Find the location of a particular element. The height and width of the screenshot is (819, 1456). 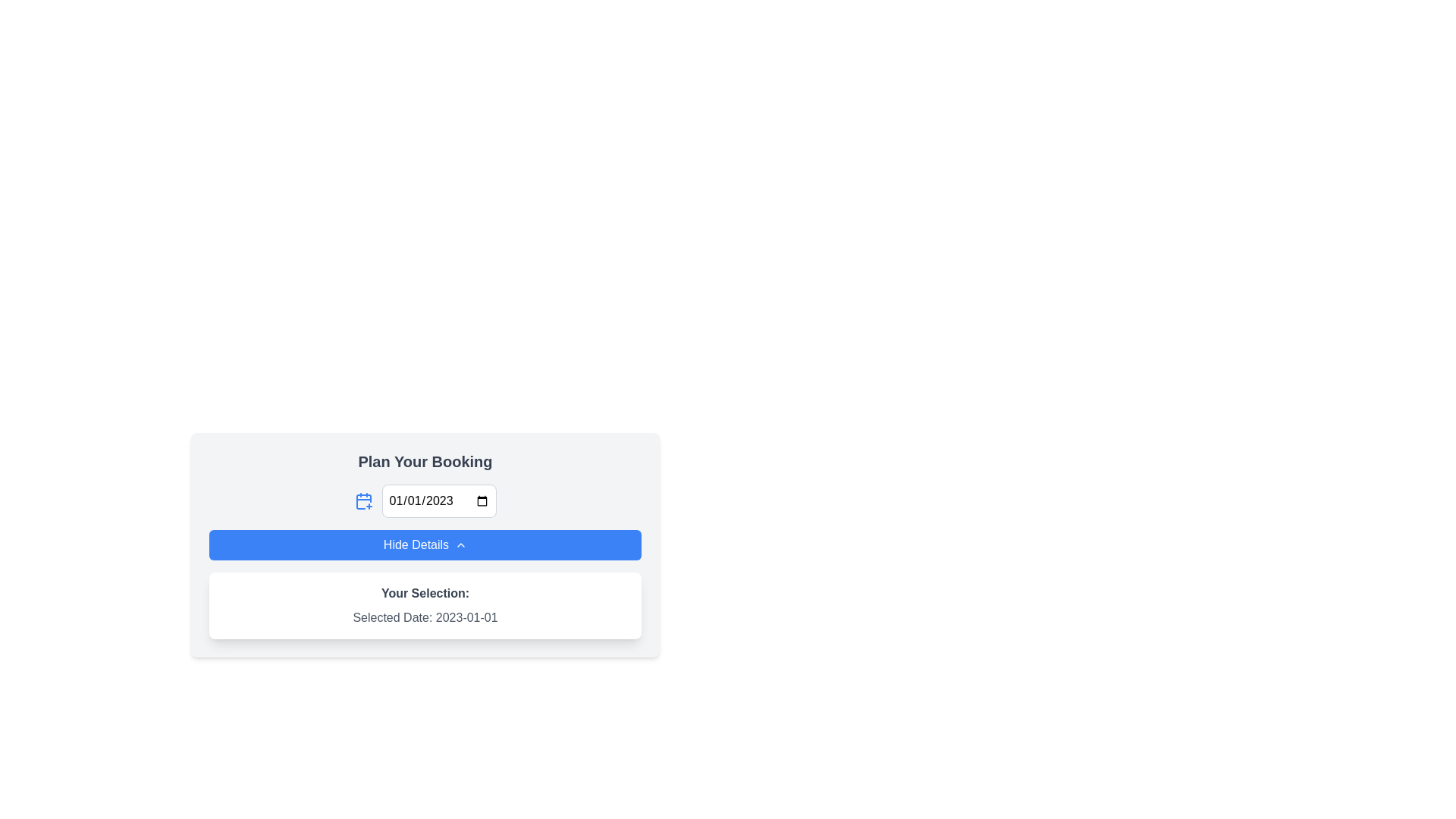

the date field in the Date Picker Component located beneath the 'Plan Your Booking' title to change the date is located at coordinates (425, 500).